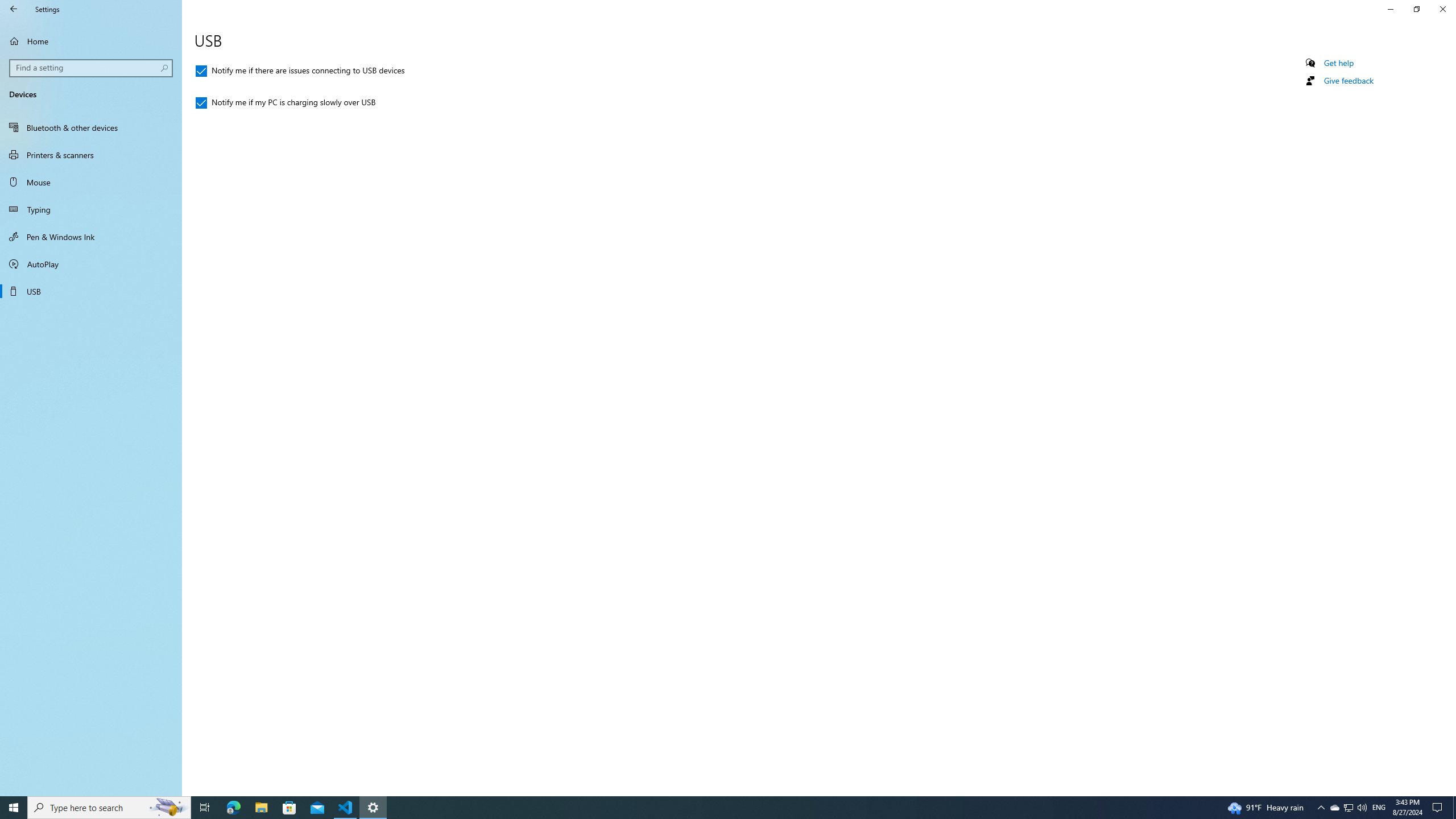 The height and width of the screenshot is (819, 1456). I want to click on 'Type here to search', so click(109, 806).